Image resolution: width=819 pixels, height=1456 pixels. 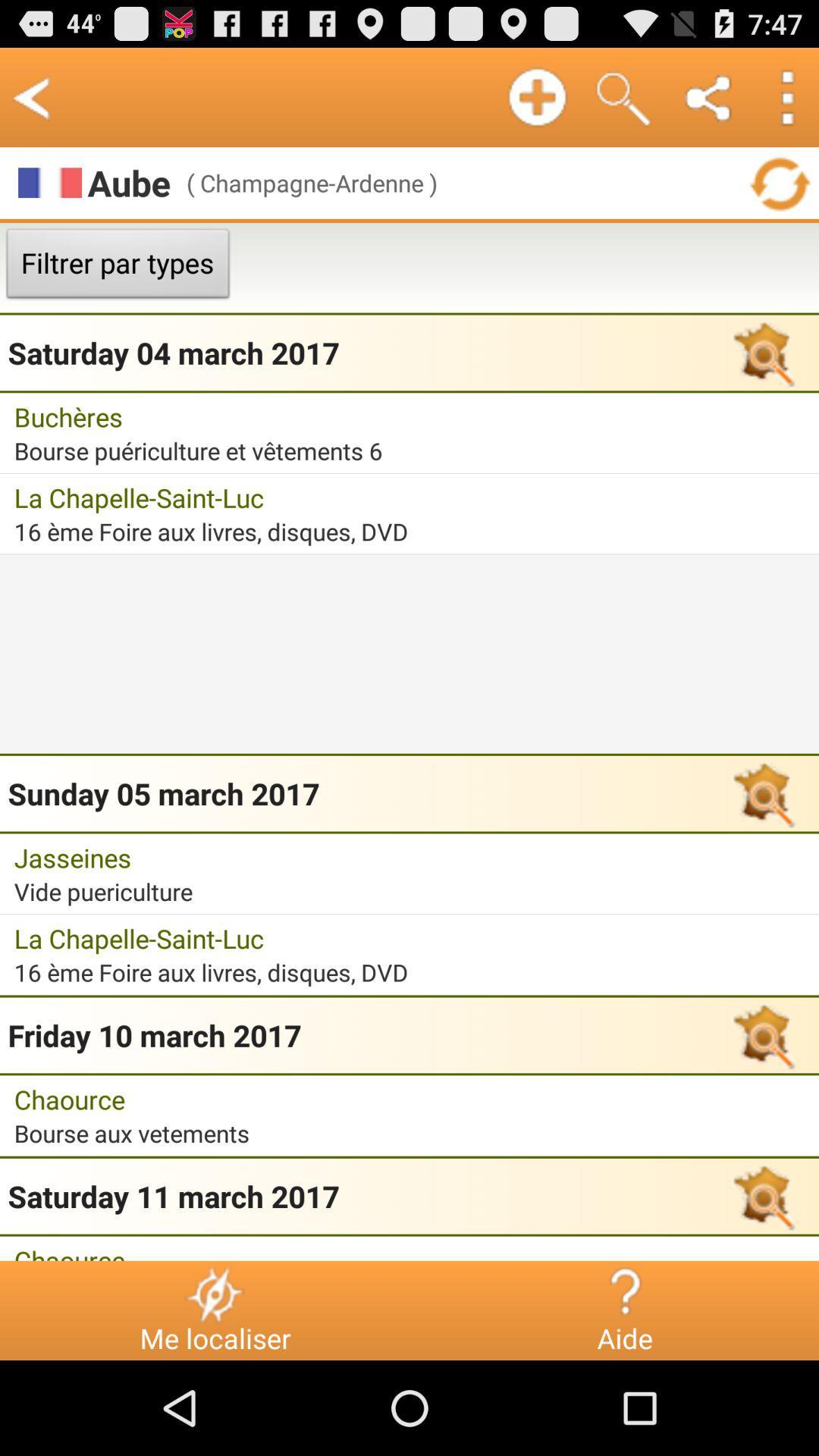 What do you see at coordinates (215, 1293) in the screenshot?
I see `the item next to chaource icon` at bounding box center [215, 1293].